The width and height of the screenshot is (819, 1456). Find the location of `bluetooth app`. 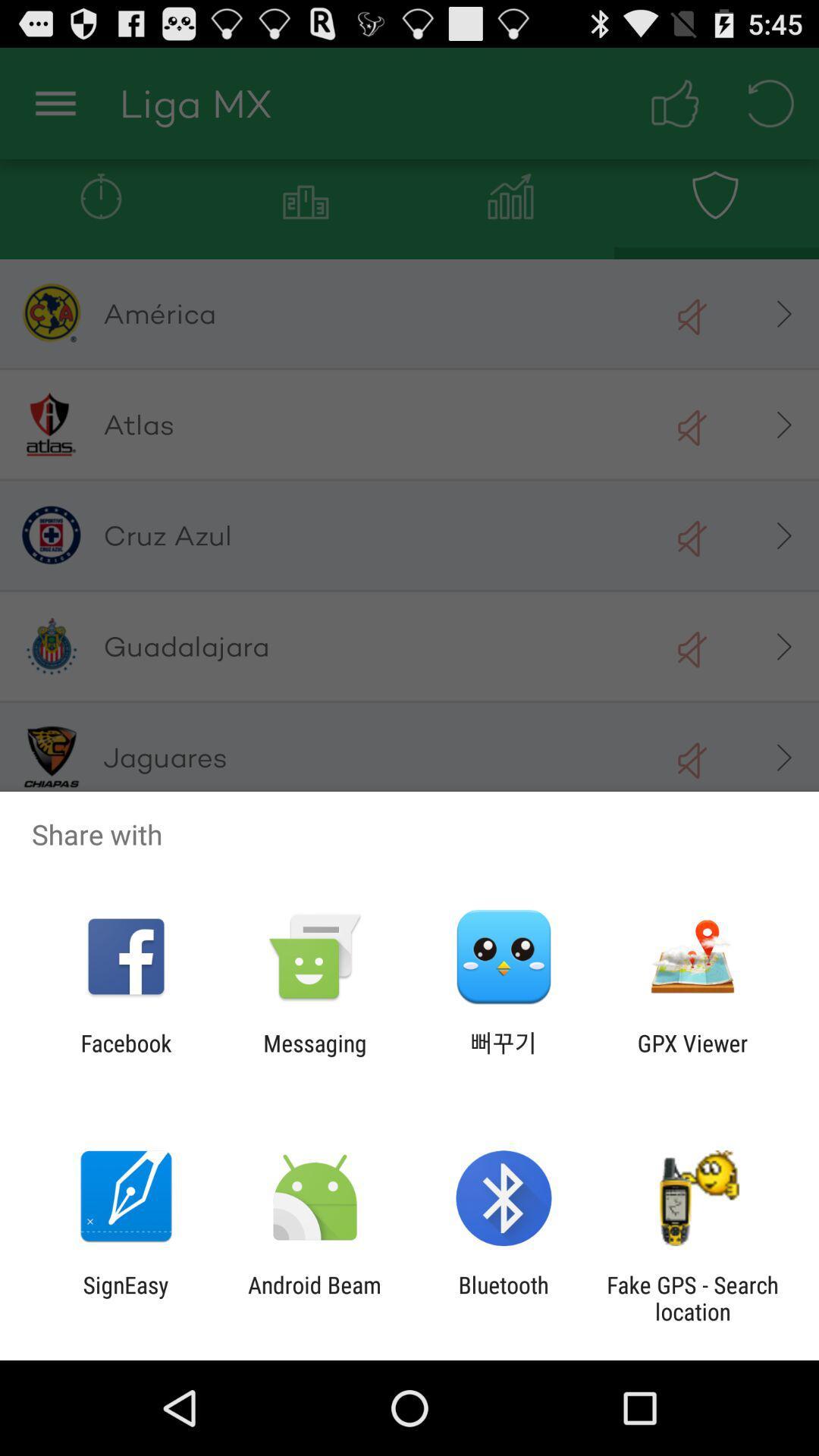

bluetooth app is located at coordinates (504, 1298).